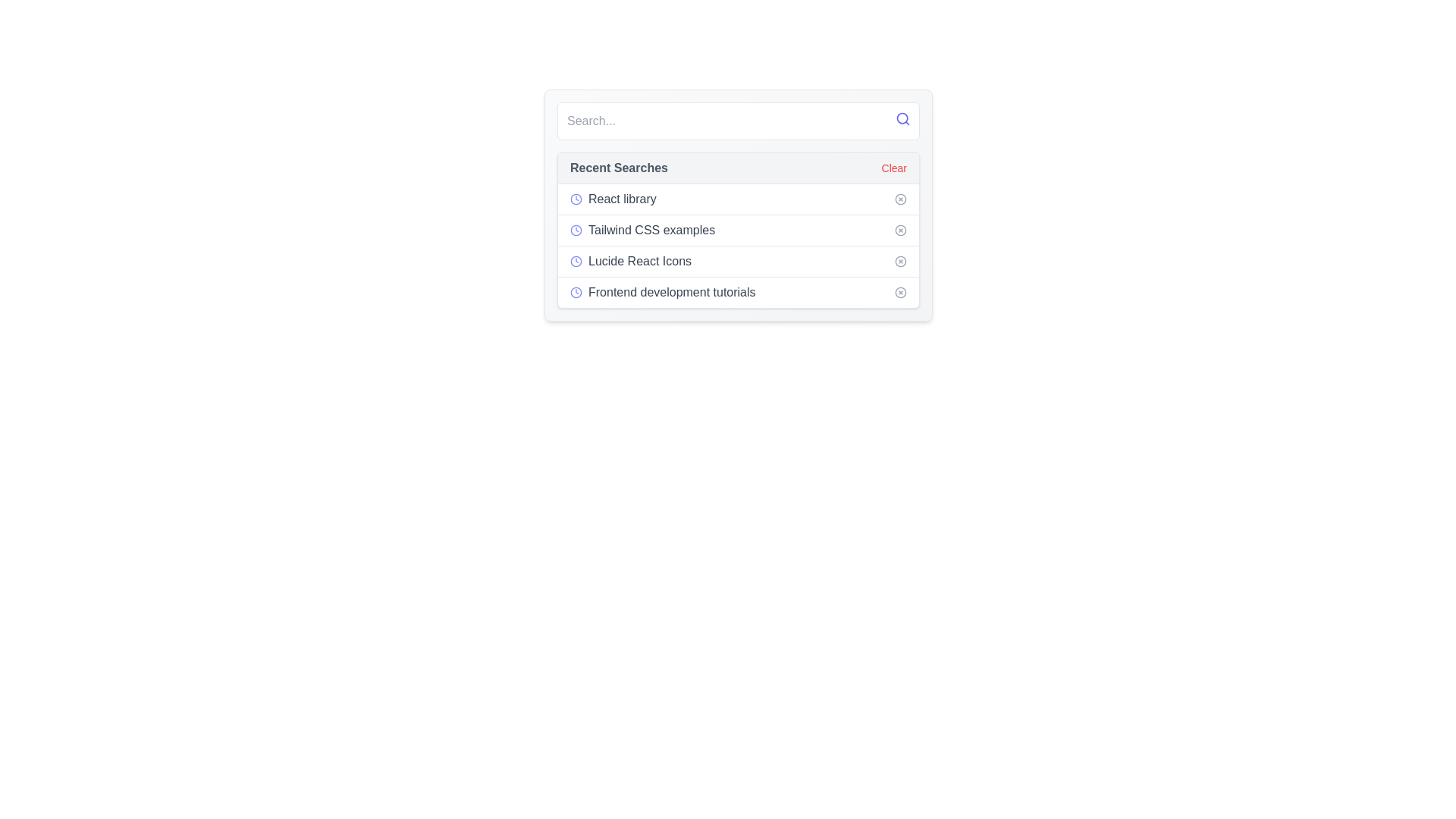 Image resolution: width=1456 pixels, height=819 pixels. I want to click on the circular boundary of the close button in the 'Recent Searches' card, which is part of the 'Tailwind CSS examples' row, so click(901, 231).